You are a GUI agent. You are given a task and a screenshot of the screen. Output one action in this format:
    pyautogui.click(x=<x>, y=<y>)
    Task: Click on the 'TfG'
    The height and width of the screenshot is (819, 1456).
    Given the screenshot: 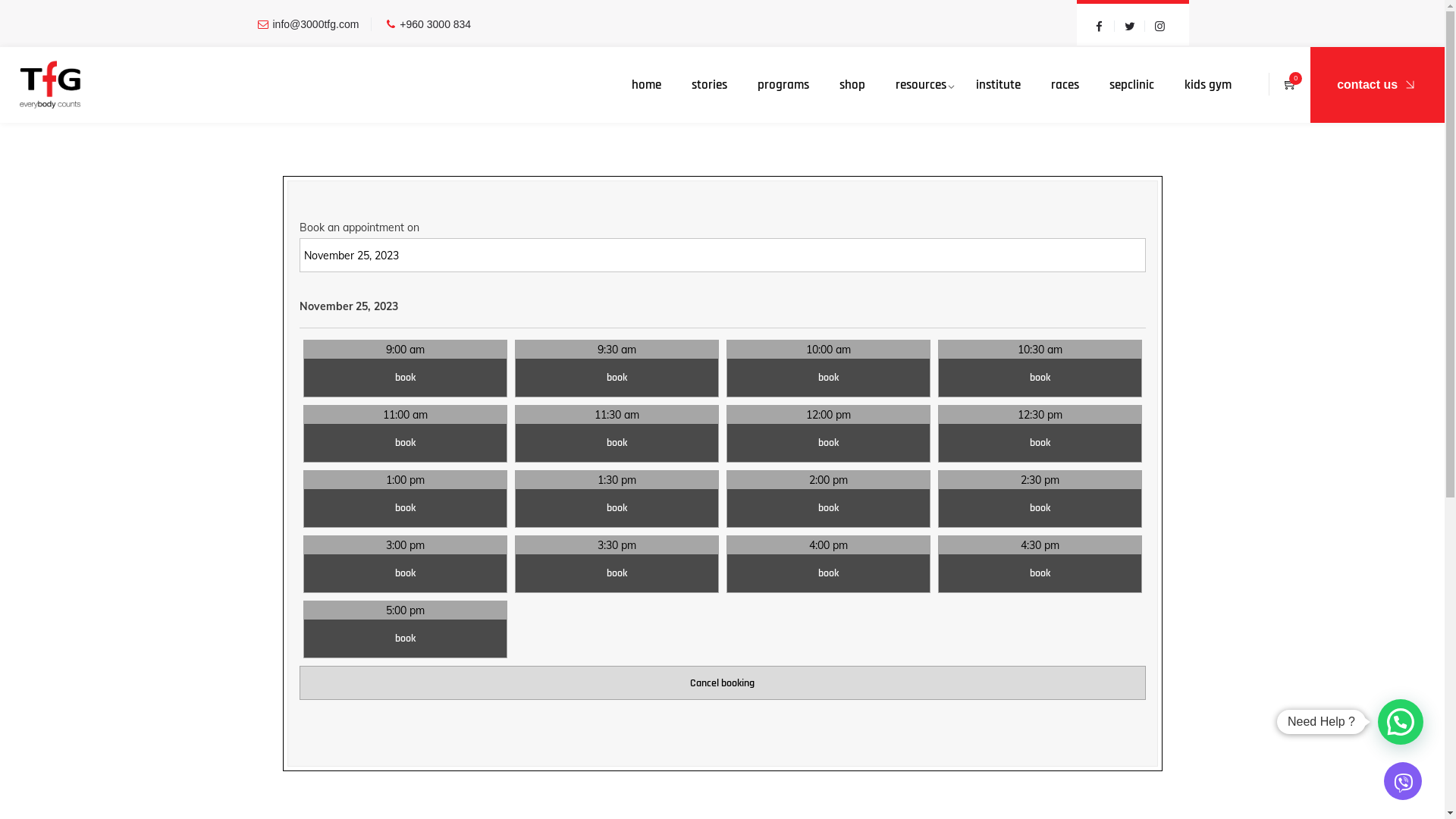 What is the action you would take?
    pyautogui.click(x=49, y=84)
    